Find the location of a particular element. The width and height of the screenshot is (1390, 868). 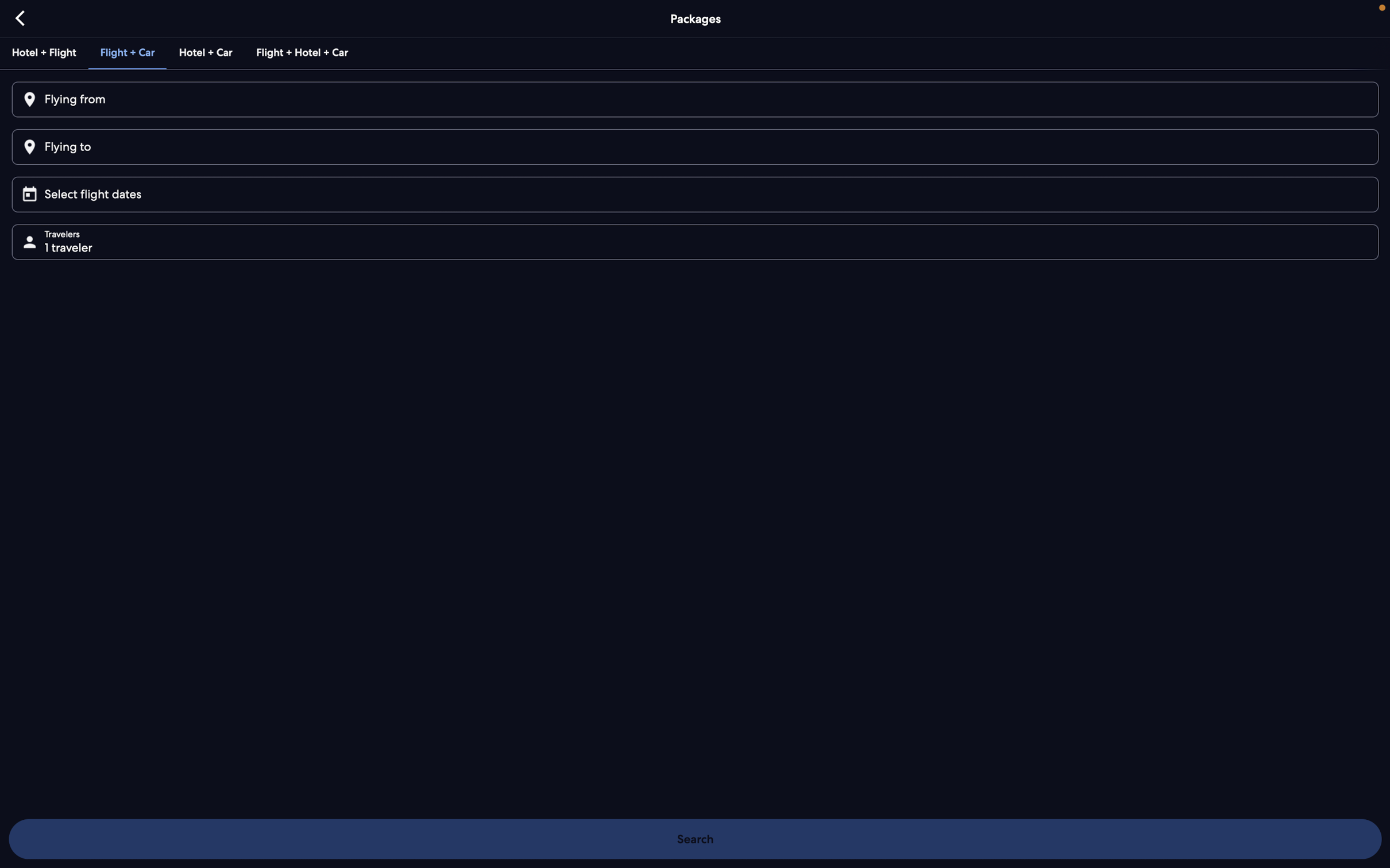

Key in "Paris" in the "to" field and press enter is located at coordinates (693, 146).